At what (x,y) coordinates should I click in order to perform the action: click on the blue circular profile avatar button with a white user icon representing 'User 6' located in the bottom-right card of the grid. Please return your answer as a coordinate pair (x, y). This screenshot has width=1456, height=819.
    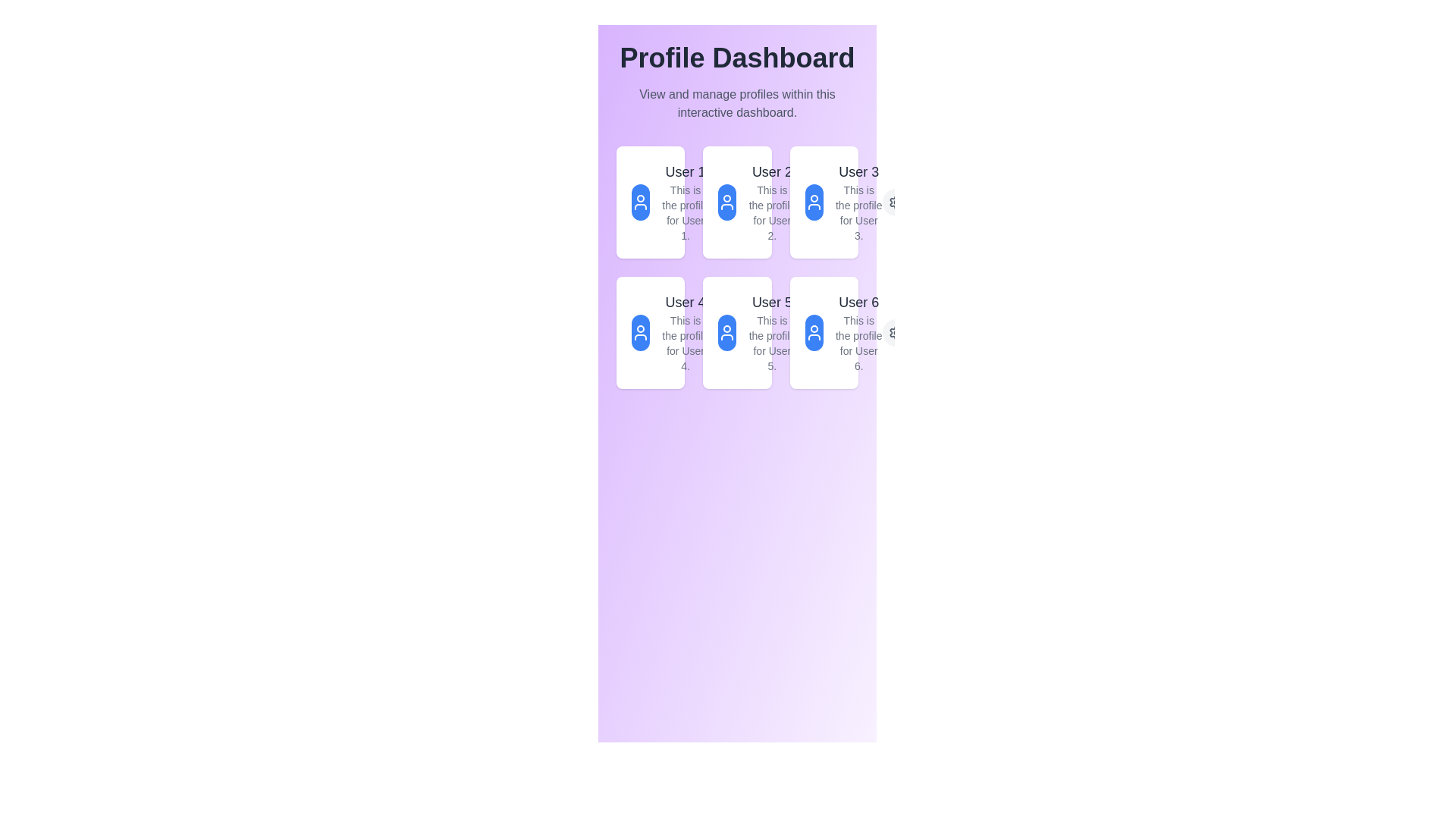
    Looking at the image, I should click on (813, 332).